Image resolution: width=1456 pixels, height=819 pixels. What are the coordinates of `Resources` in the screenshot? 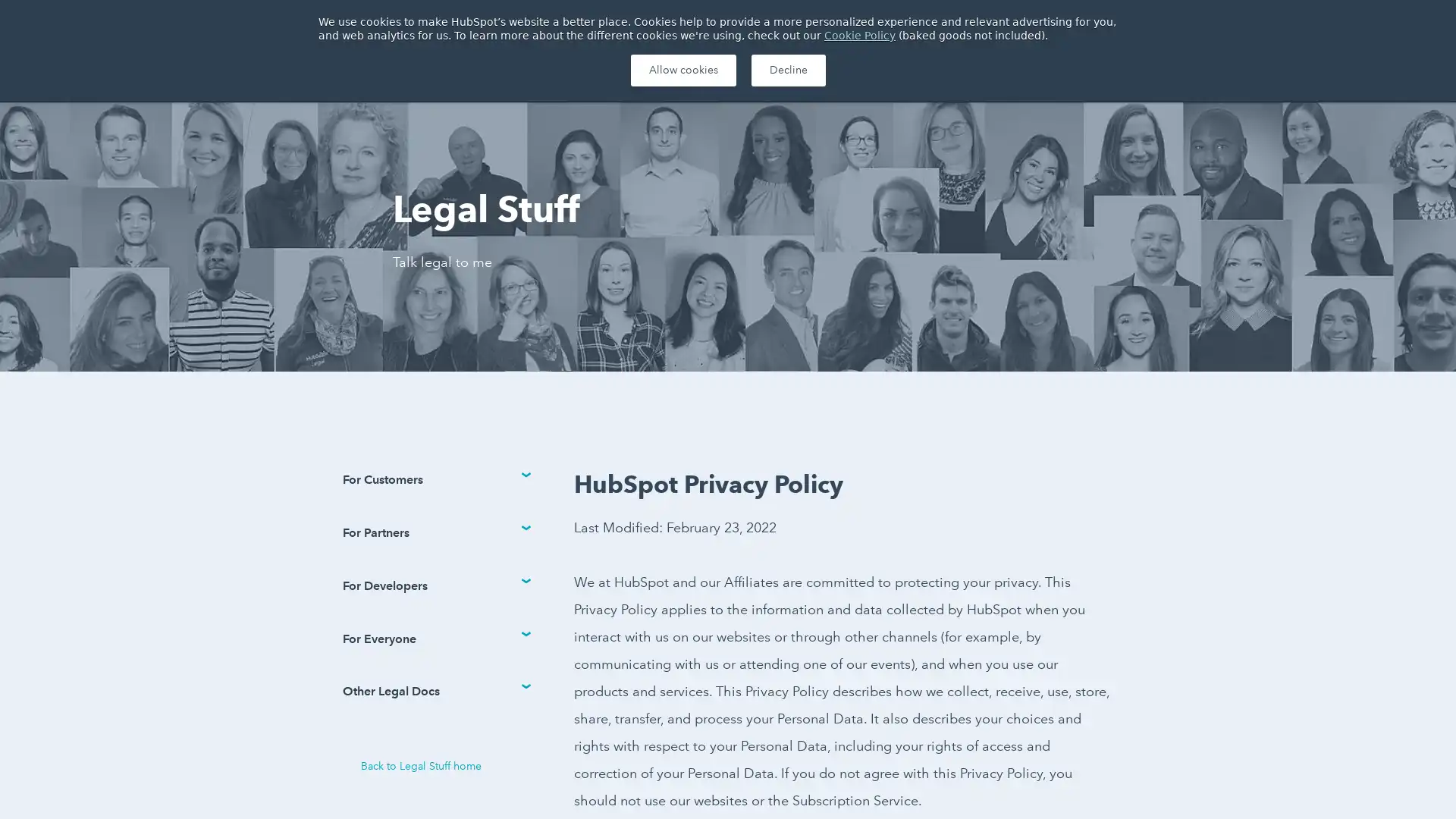 It's located at (669, 70).